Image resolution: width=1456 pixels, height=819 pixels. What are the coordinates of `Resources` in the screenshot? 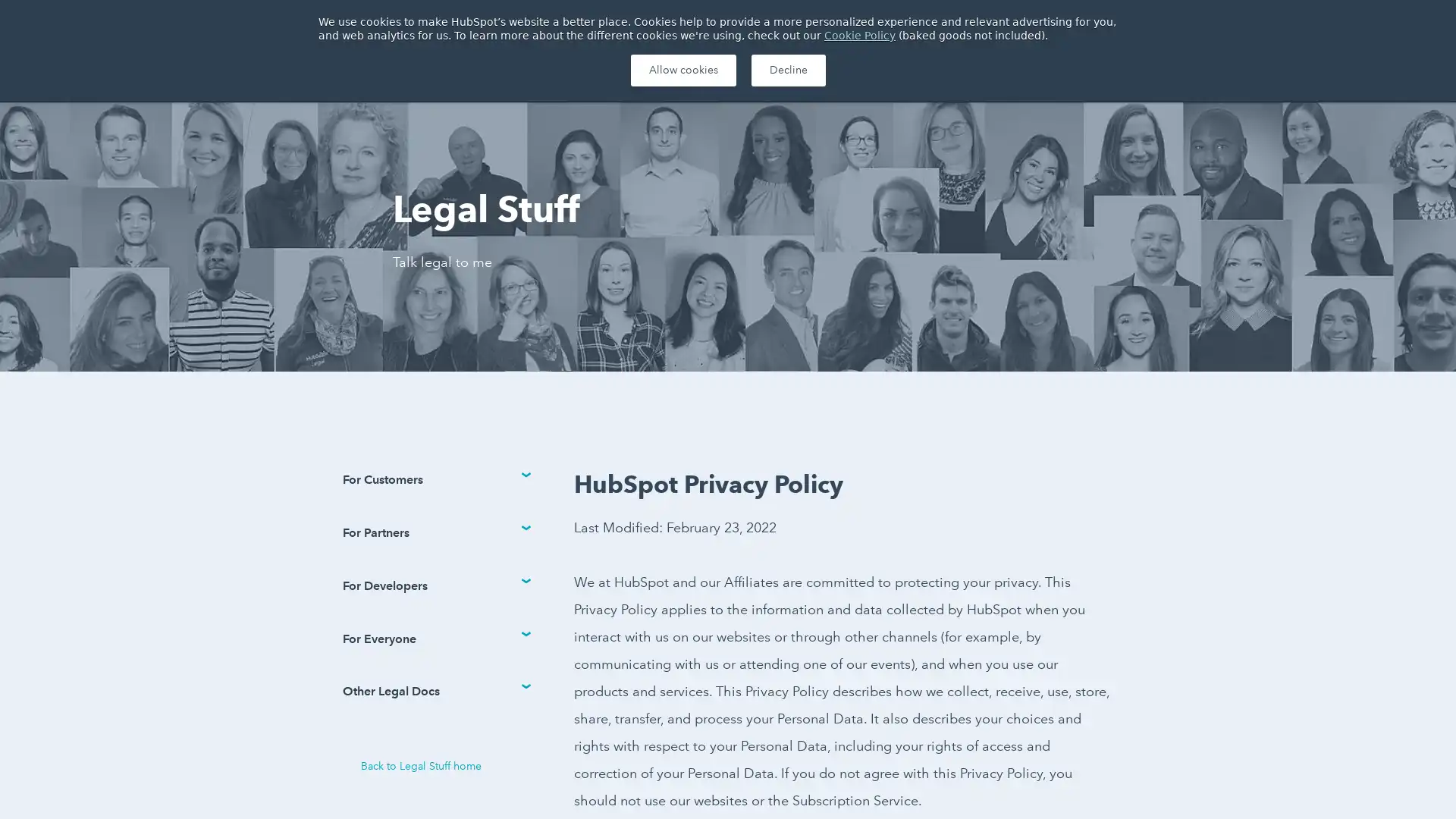 It's located at (669, 70).